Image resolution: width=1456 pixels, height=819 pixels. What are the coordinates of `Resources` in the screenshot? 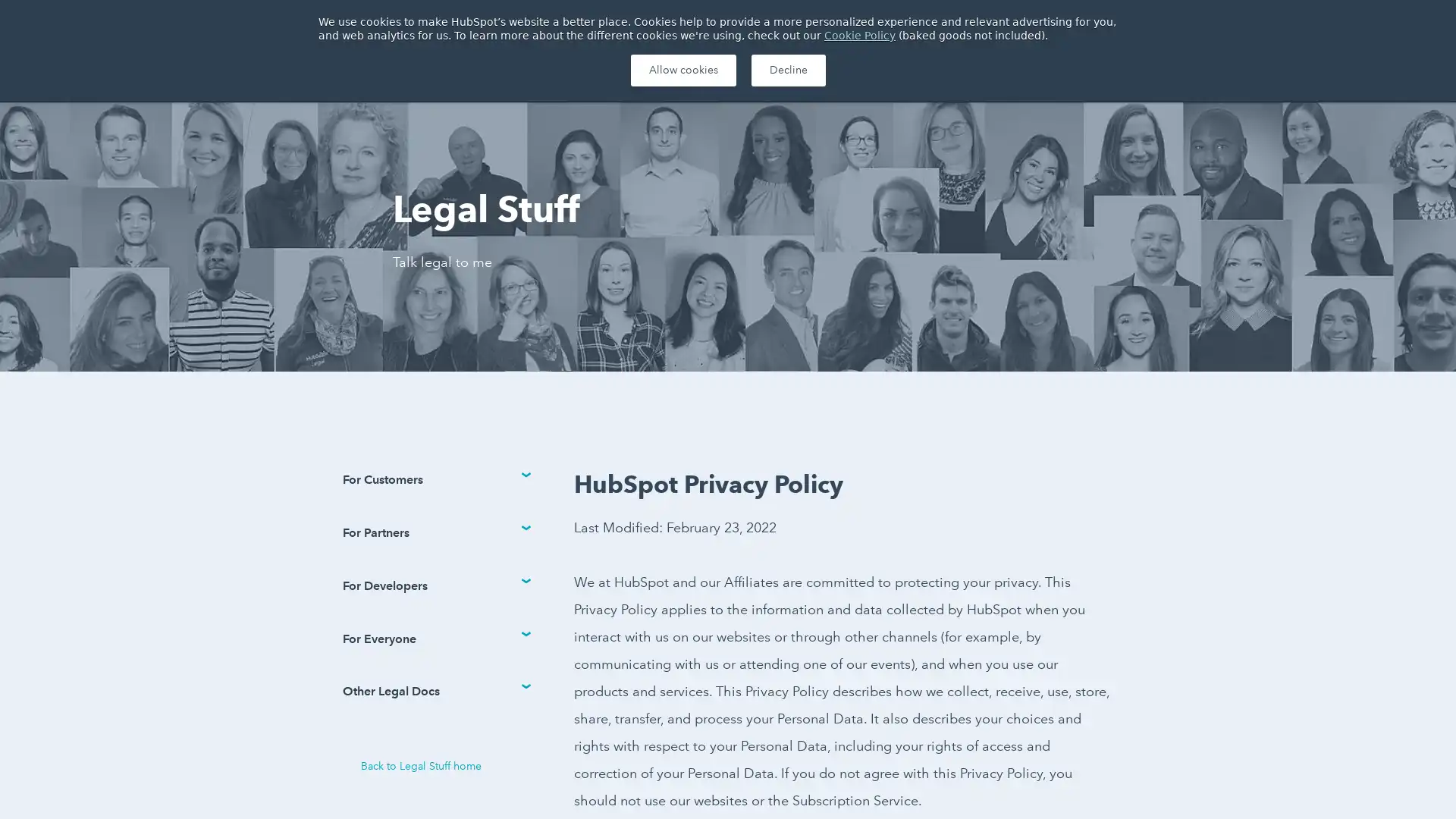 It's located at (669, 70).